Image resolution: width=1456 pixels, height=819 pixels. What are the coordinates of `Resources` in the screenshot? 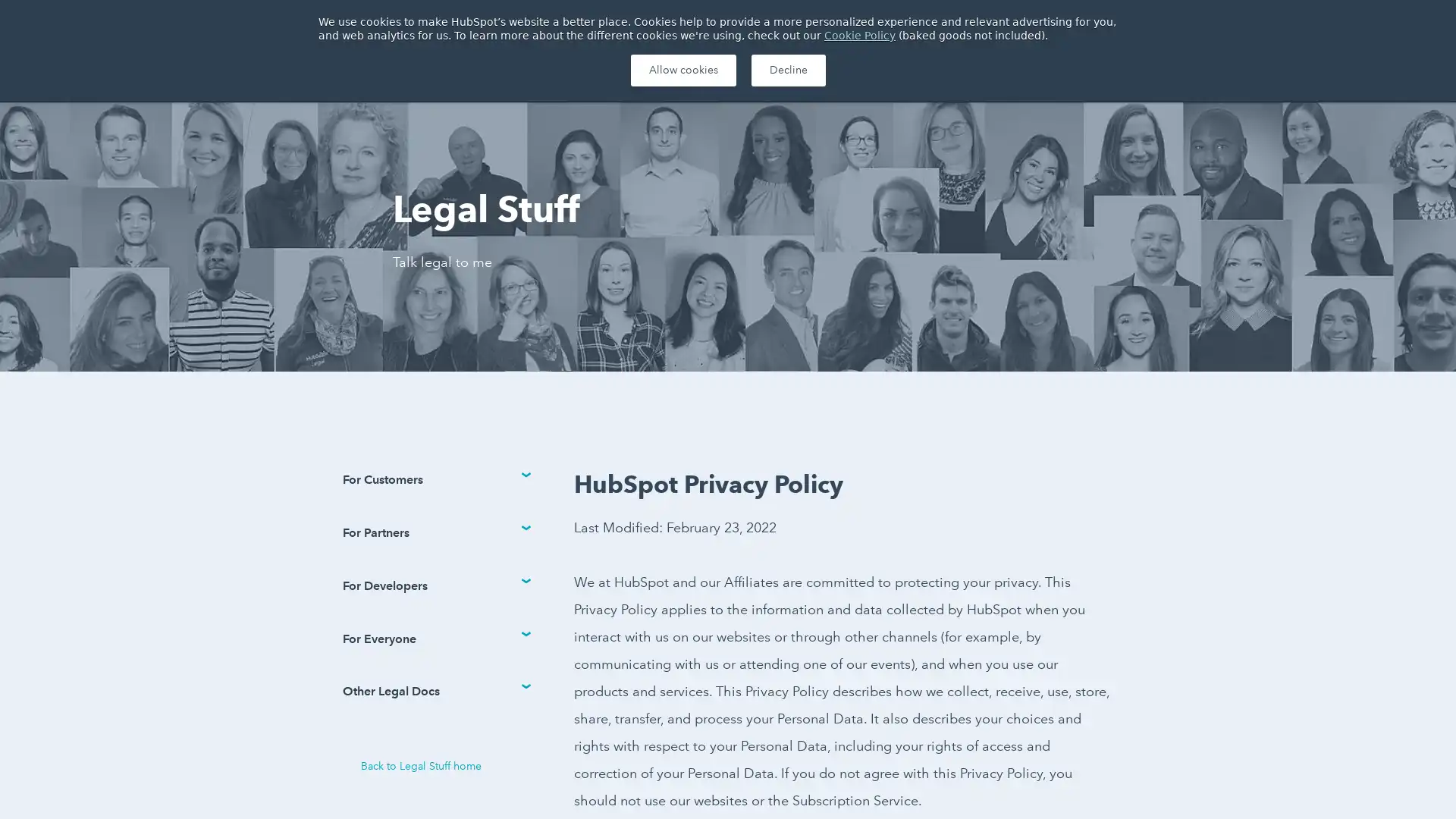 It's located at (669, 70).